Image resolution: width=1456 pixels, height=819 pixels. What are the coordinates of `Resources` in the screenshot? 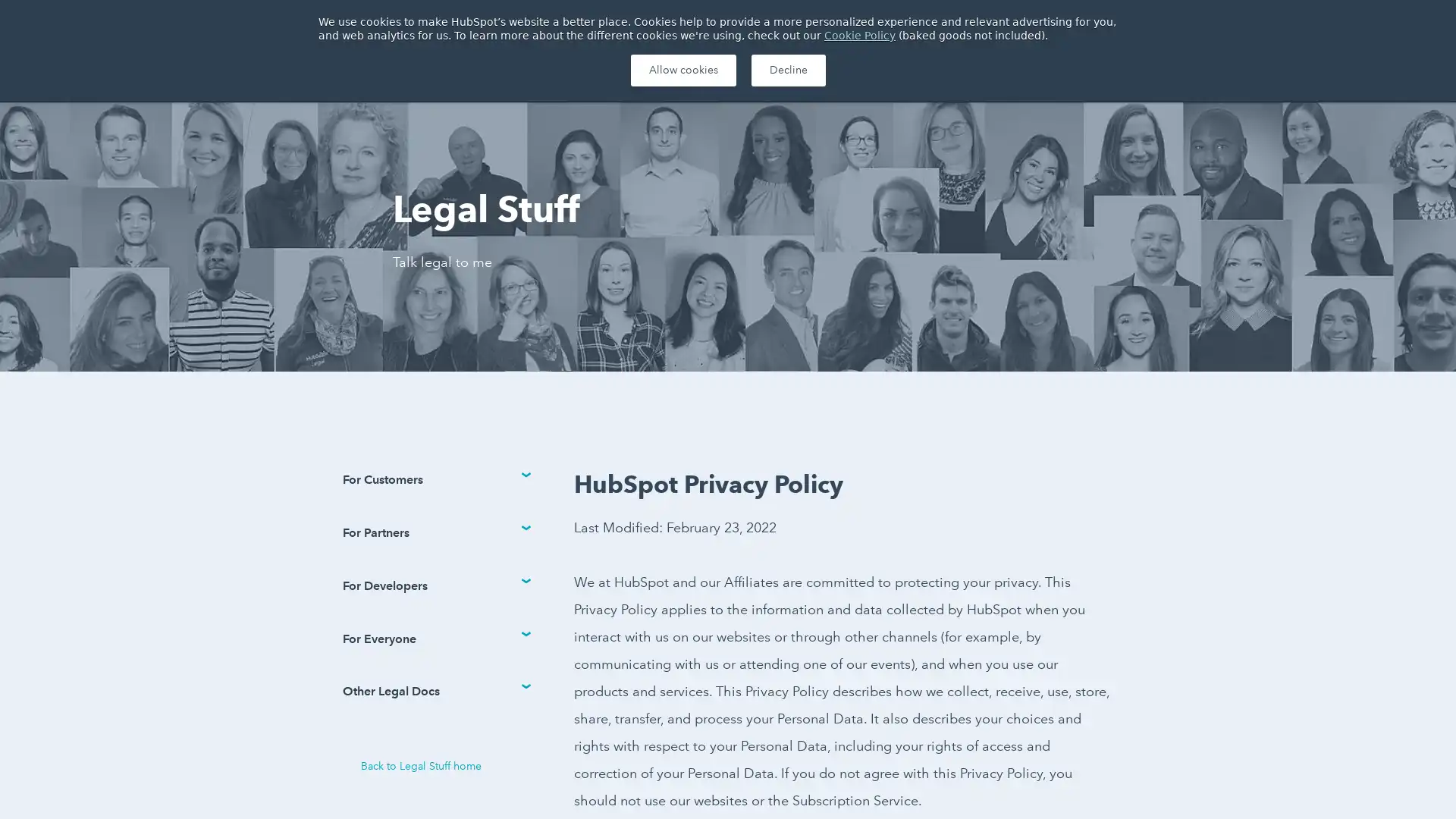 It's located at (669, 70).